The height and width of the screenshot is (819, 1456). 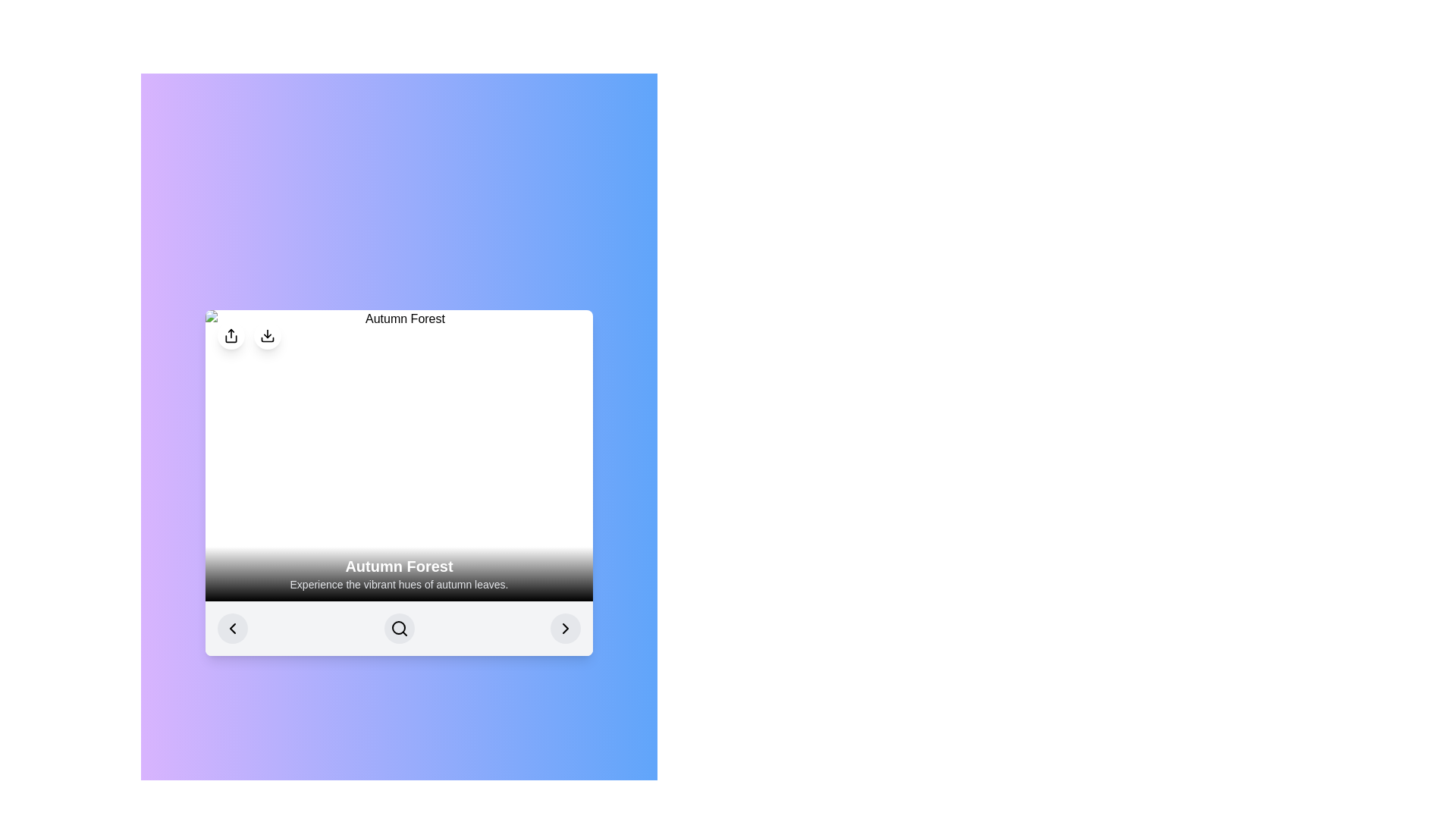 I want to click on the circular button with a light gray background and a left-facing chevron icon, so click(x=232, y=629).